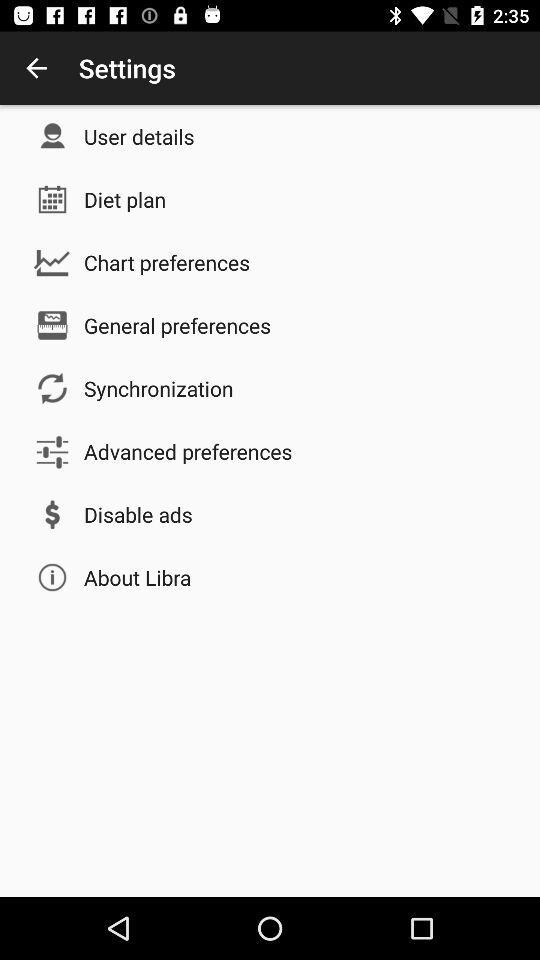  Describe the element at coordinates (36, 68) in the screenshot. I see `app next to the settings icon` at that location.